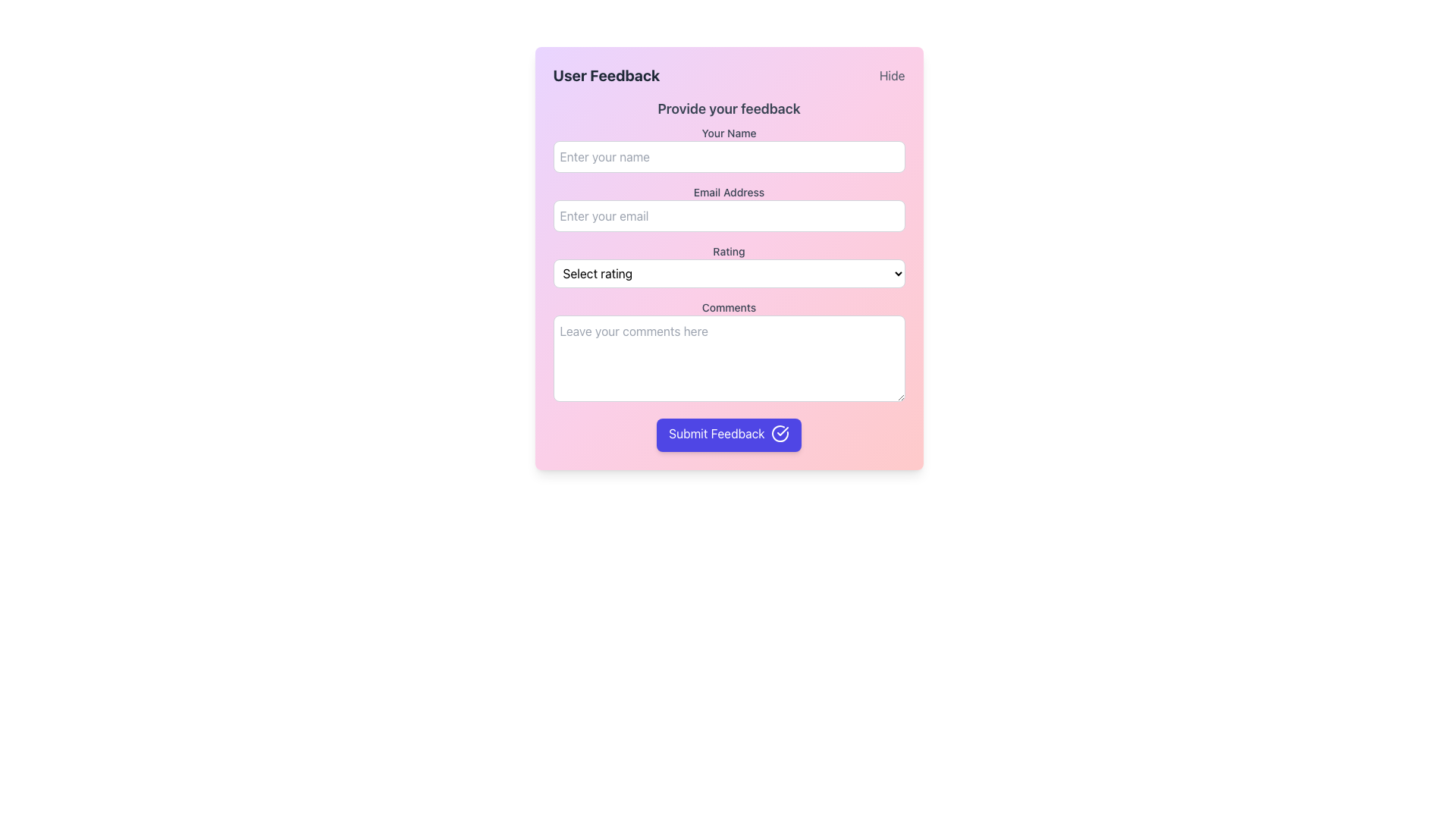  What do you see at coordinates (729, 307) in the screenshot?
I see `the 'Comments' label, which is styled with a medium, dark gray font on a light pink background, located above the comment text area in the 'User Feedback' form` at bounding box center [729, 307].